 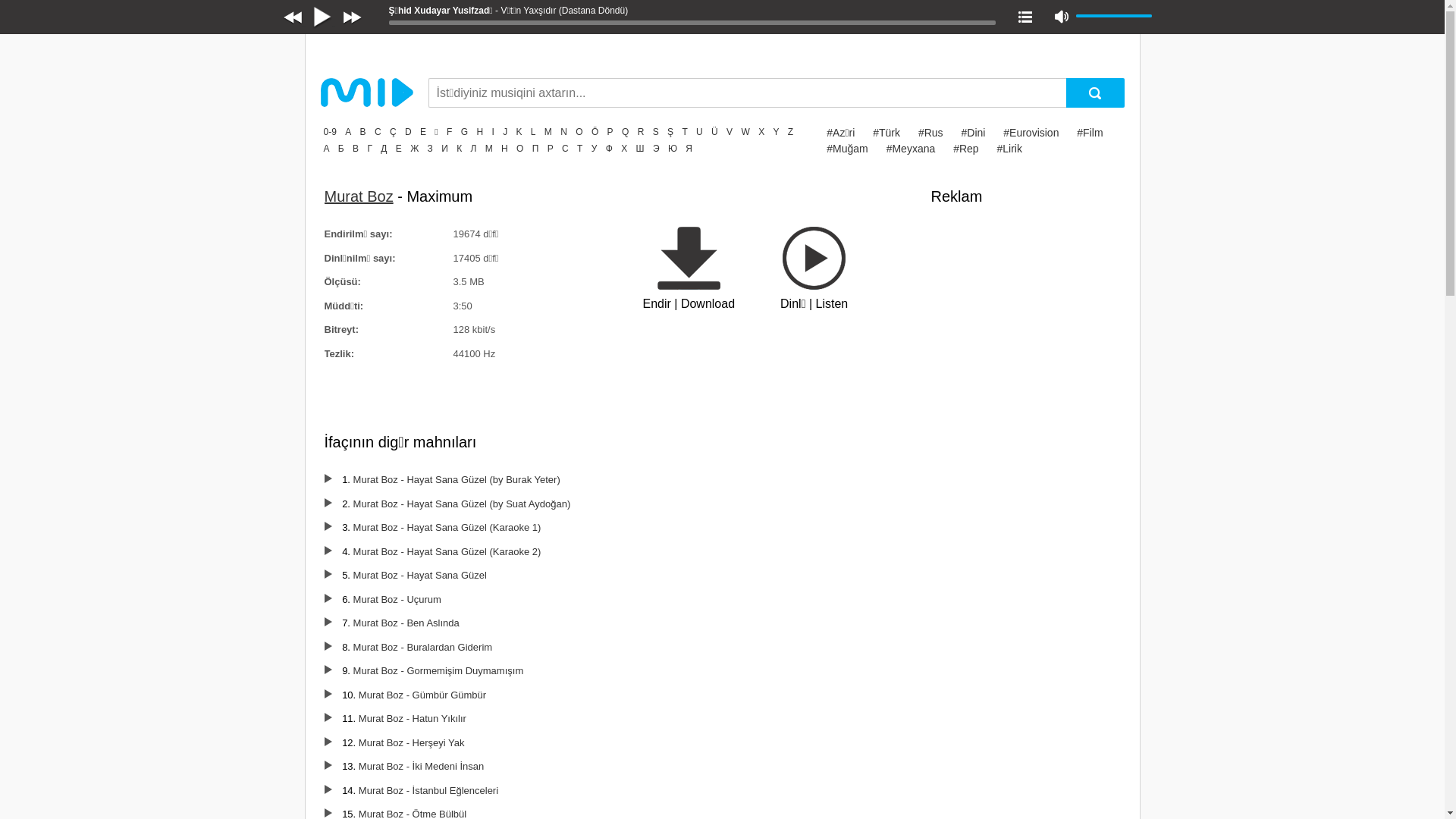 I want to click on 'I', so click(x=492, y=130).